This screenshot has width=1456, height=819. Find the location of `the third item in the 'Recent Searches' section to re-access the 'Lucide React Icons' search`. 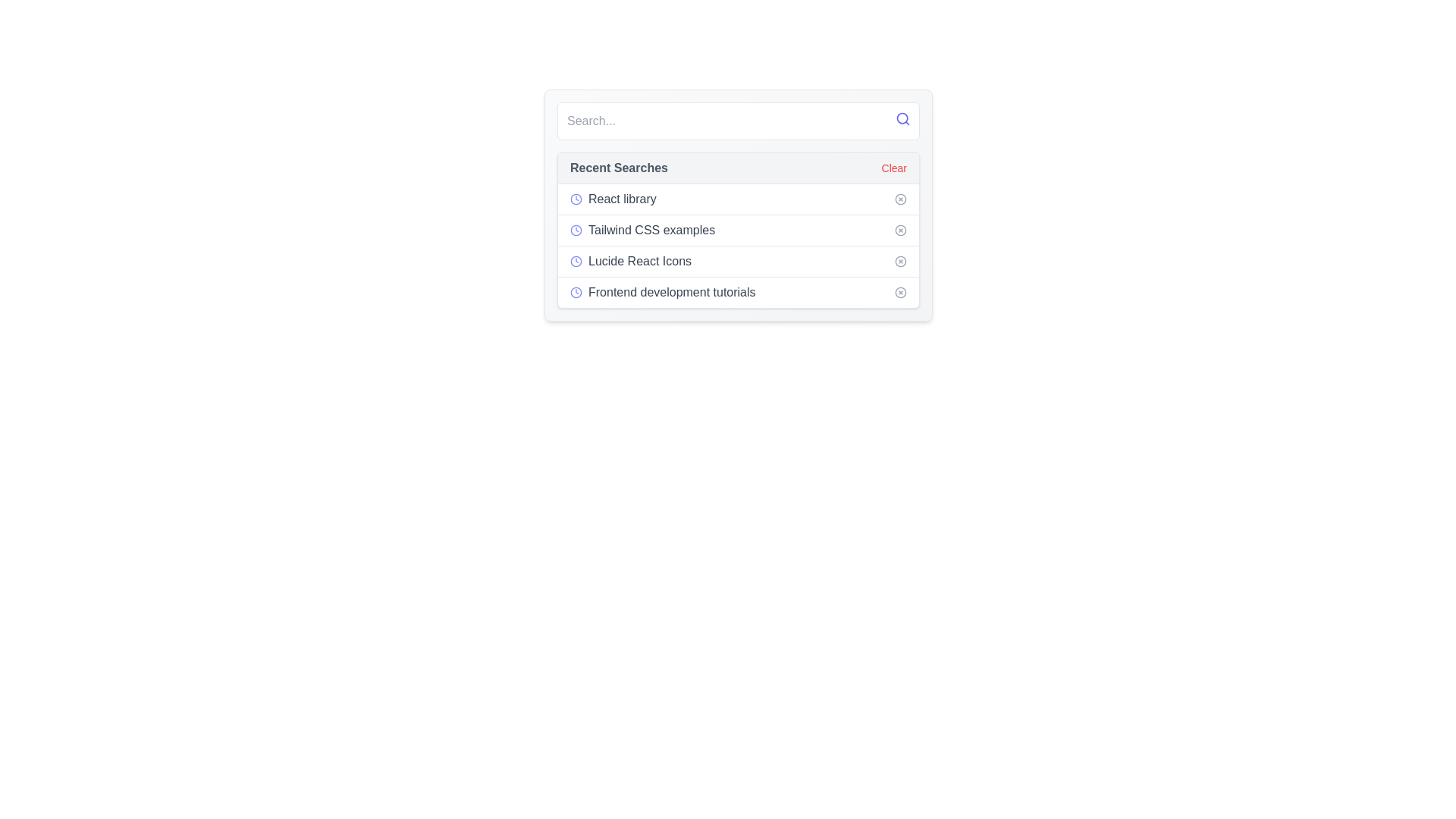

the third item in the 'Recent Searches' section to re-access the 'Lucide React Icons' search is located at coordinates (739, 260).